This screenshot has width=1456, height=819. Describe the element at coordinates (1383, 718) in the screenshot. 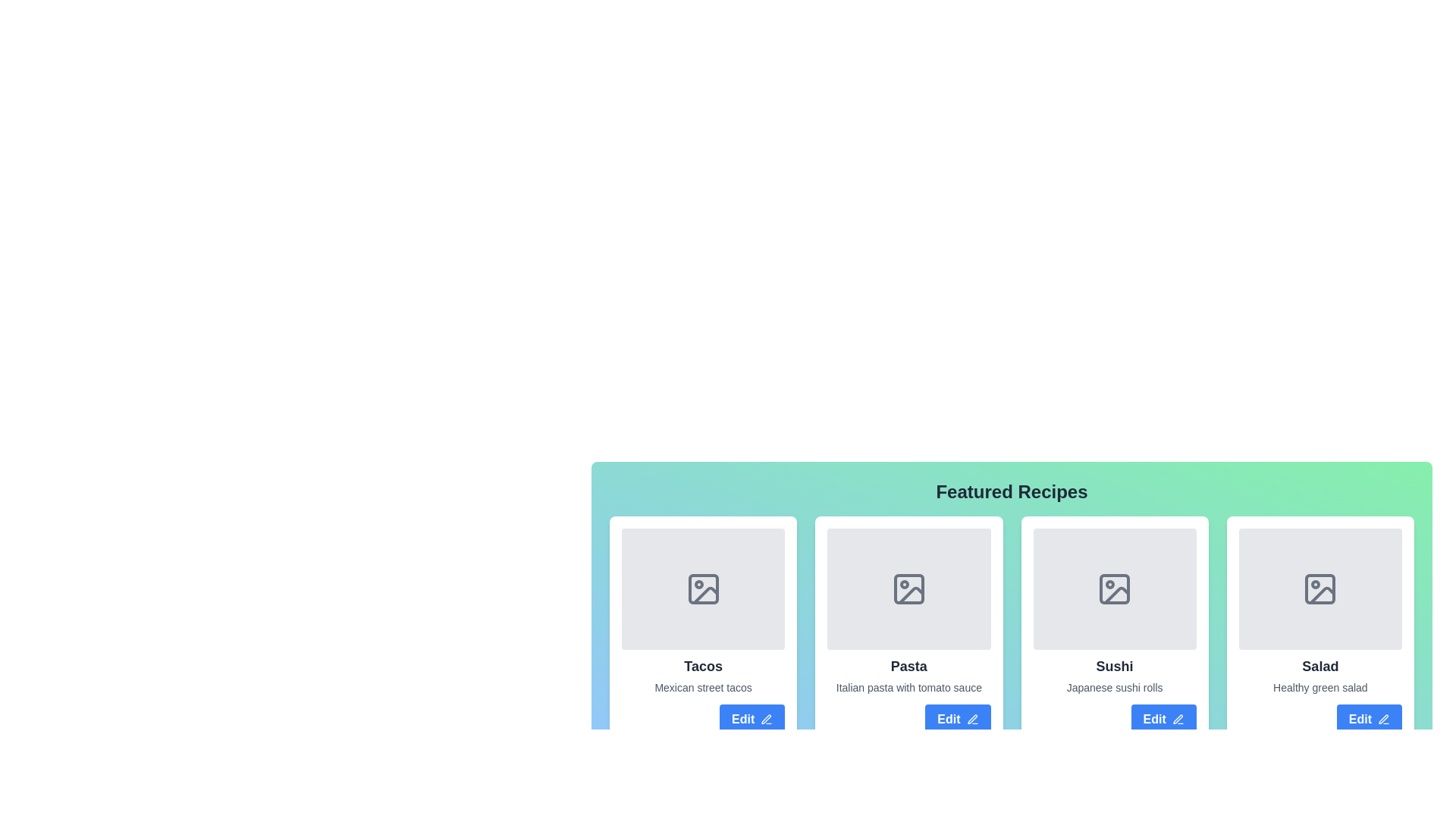

I see `the pen icon next to the 'Edit' text in the 'Edit' button of the 'Salad' card to initiate the edit action` at that location.